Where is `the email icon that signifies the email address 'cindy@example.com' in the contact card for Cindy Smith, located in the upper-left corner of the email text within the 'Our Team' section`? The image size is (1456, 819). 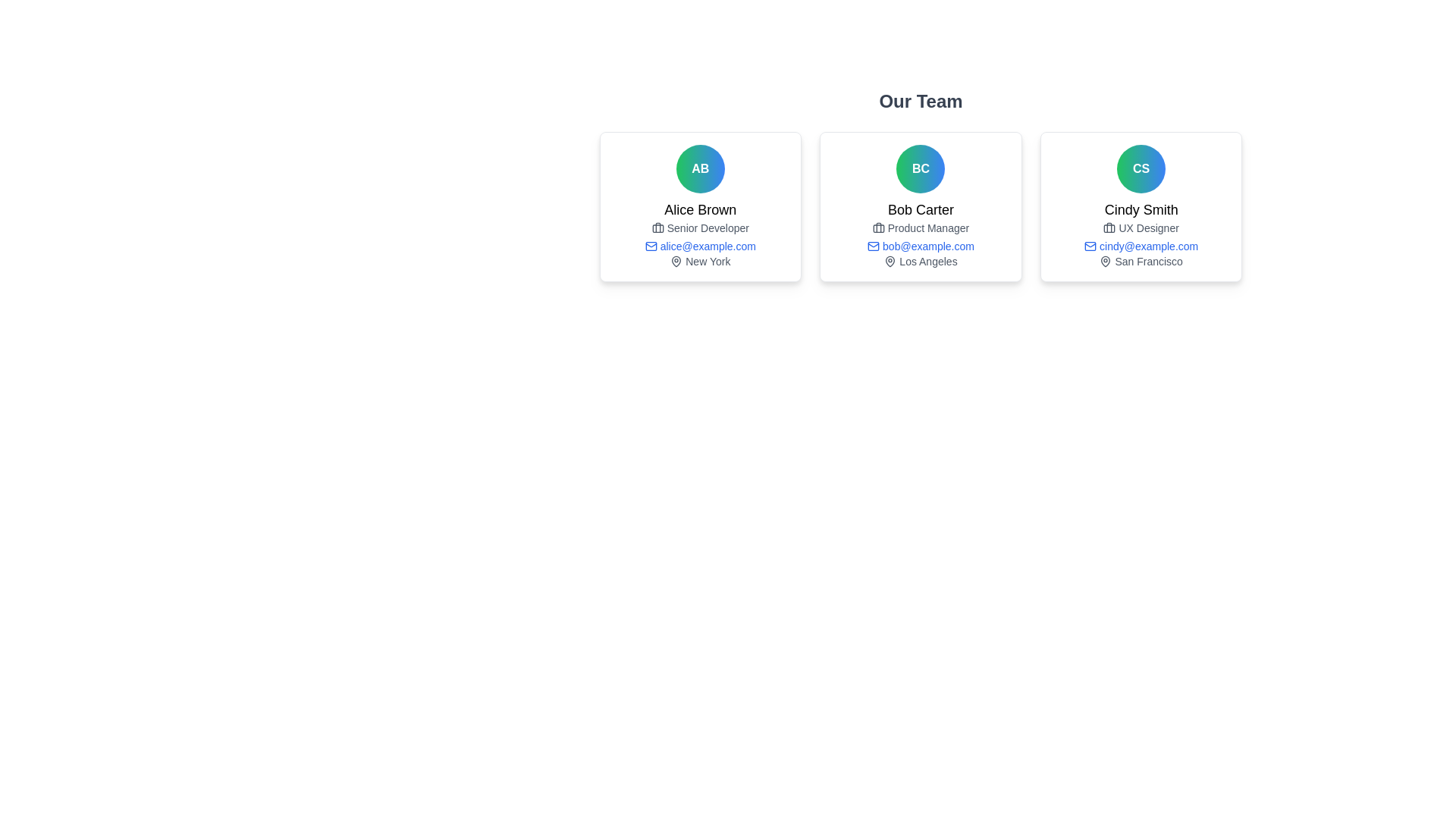
the email icon that signifies the email address 'cindy@example.com' in the contact card for Cindy Smith, located in the upper-left corner of the email text within the 'Our Team' section is located at coordinates (1090, 245).